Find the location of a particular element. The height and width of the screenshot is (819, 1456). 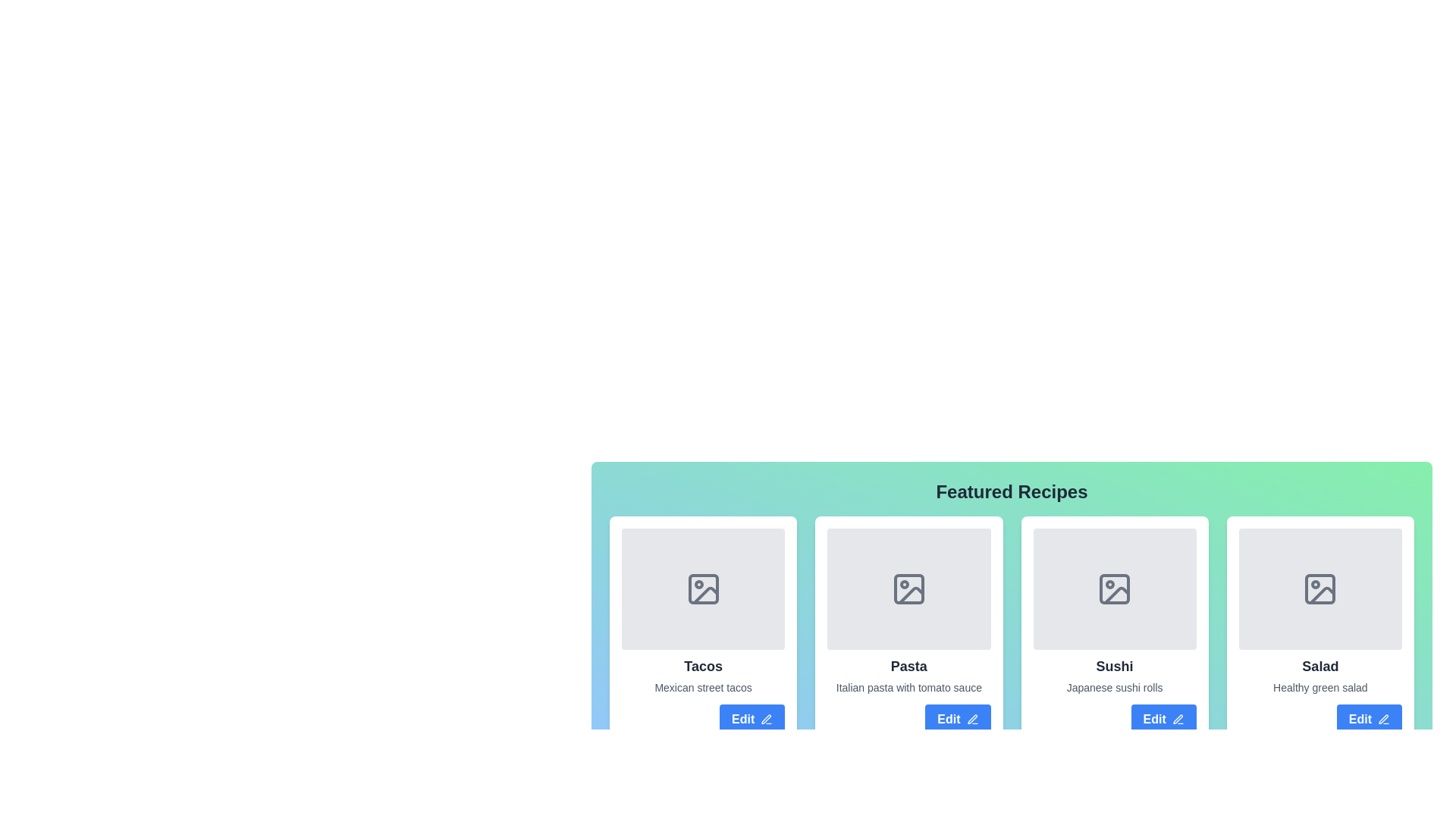

the fourth 'Edit' button beneath the 'Salad' recipe card in the 'Featured Recipes' section is located at coordinates (1369, 718).